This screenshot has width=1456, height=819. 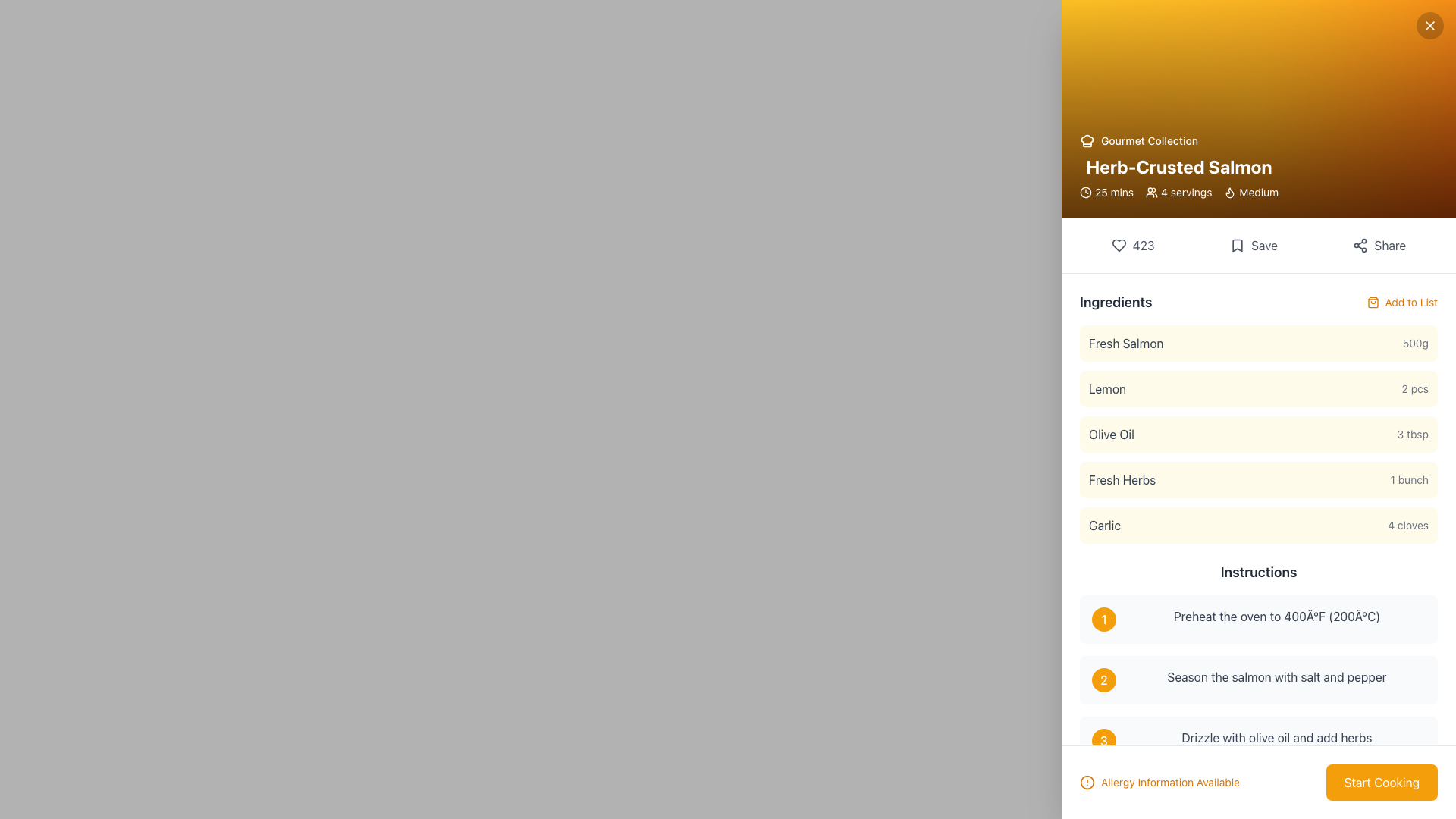 What do you see at coordinates (1185, 192) in the screenshot?
I see `the text label element reading '4 servings' located near the top section of the page, adjacent to preparation time and cooking difficulty descriptions` at bounding box center [1185, 192].